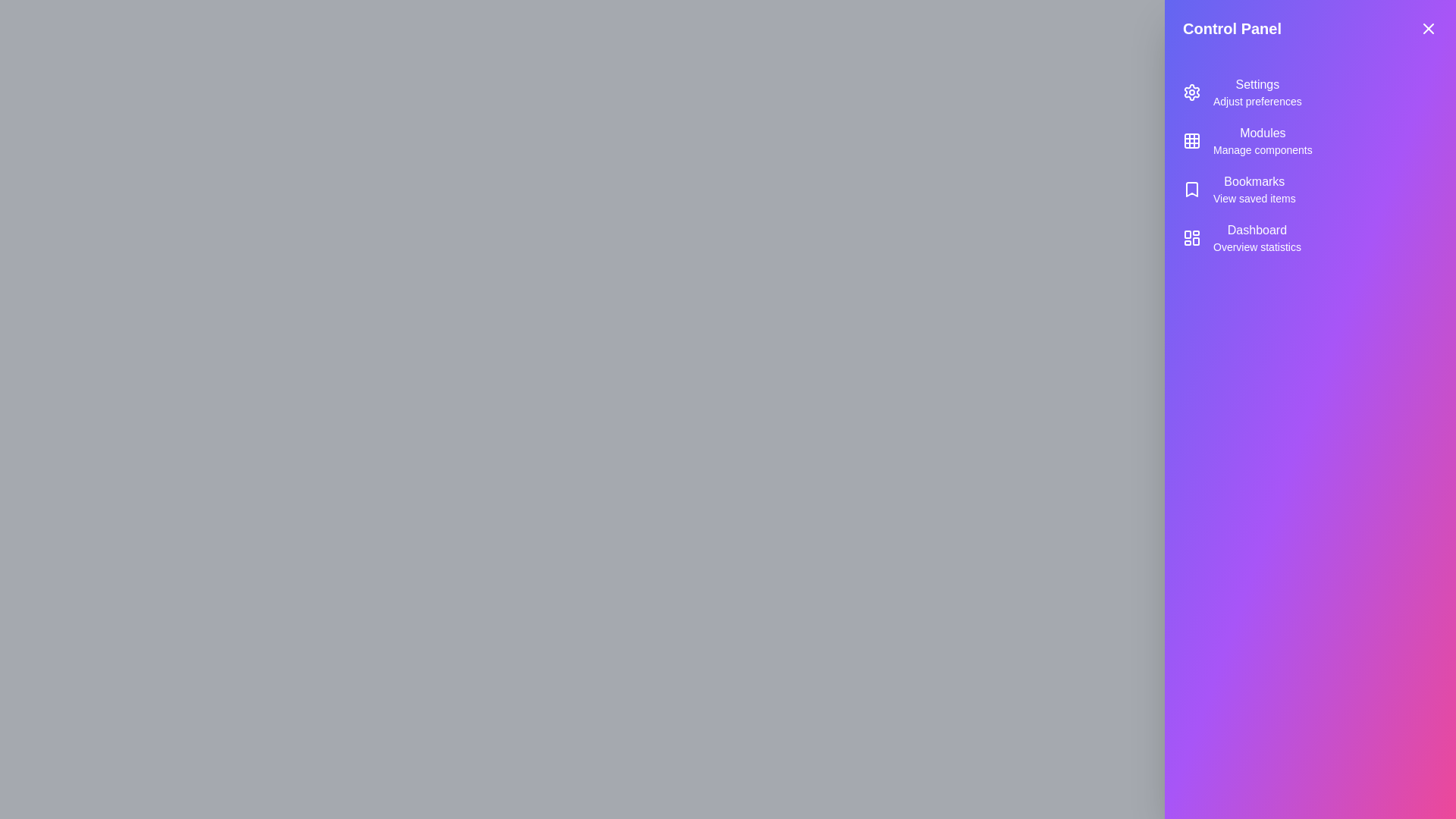 This screenshot has height=819, width=1456. What do you see at coordinates (1254, 189) in the screenshot?
I see `the 'Bookmarks' navigation label in the right sidebar menu, which is located in the third row of the navigation list and is positioned to the right of a bookmark icon` at bounding box center [1254, 189].